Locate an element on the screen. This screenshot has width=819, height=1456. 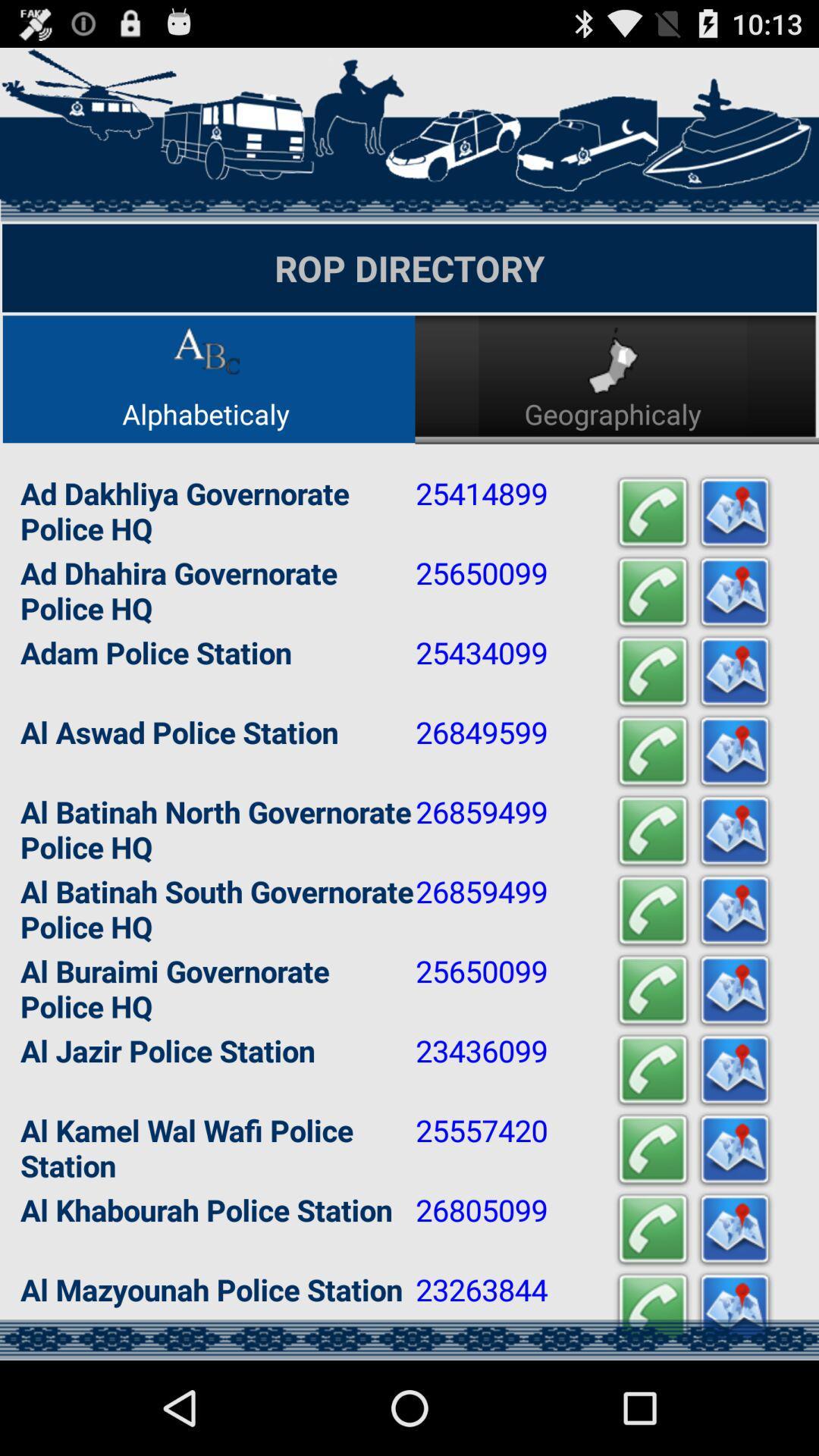
the call icon is located at coordinates (651, 1059).